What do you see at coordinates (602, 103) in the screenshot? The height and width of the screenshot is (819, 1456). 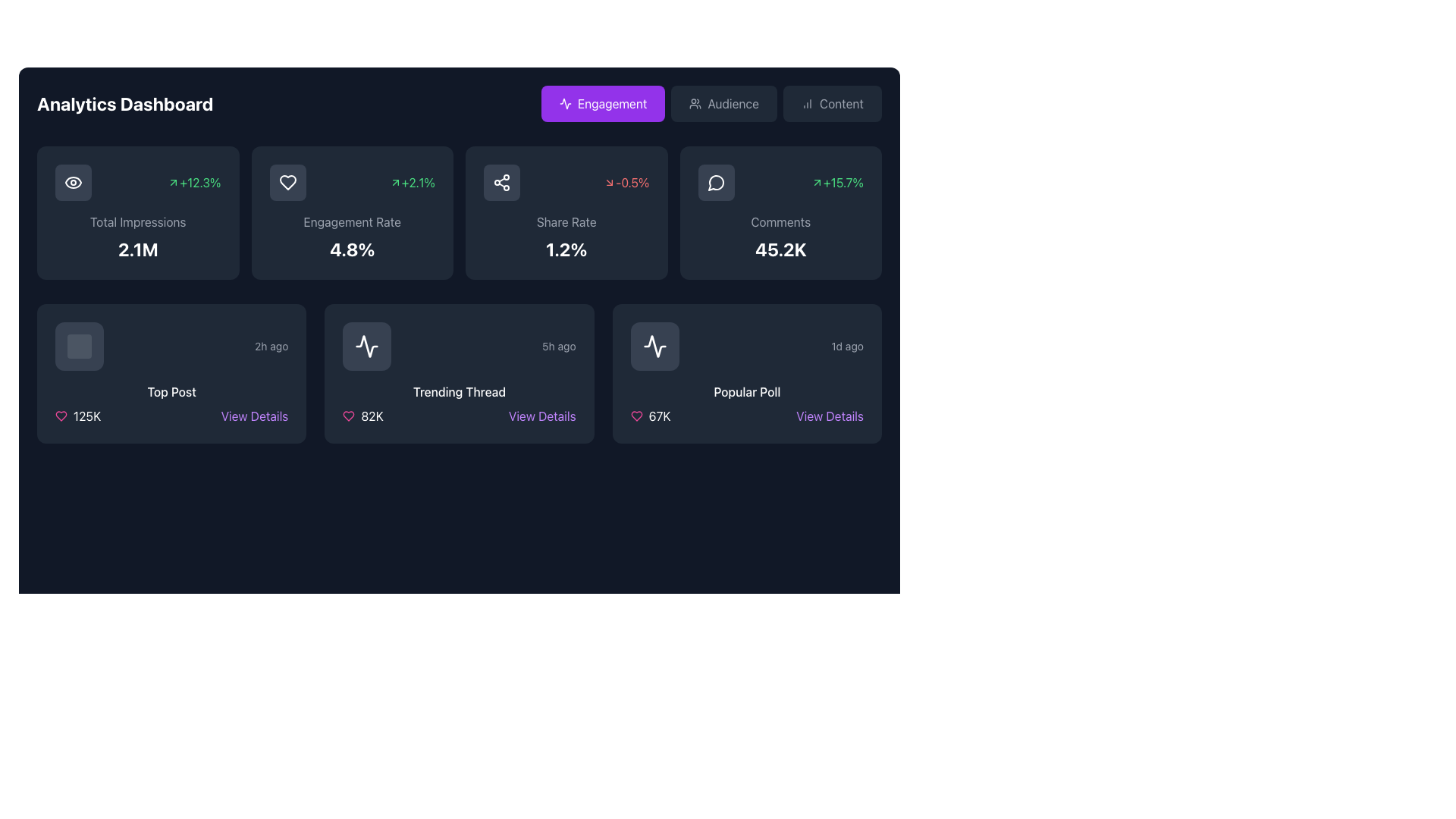 I see `the 'Engagement' button located at the top navigation panel, which is the first button in a row of three buttons labeled 'Engagement', 'Audience', and 'Content', to possibly reveal additional tooltip information` at bounding box center [602, 103].